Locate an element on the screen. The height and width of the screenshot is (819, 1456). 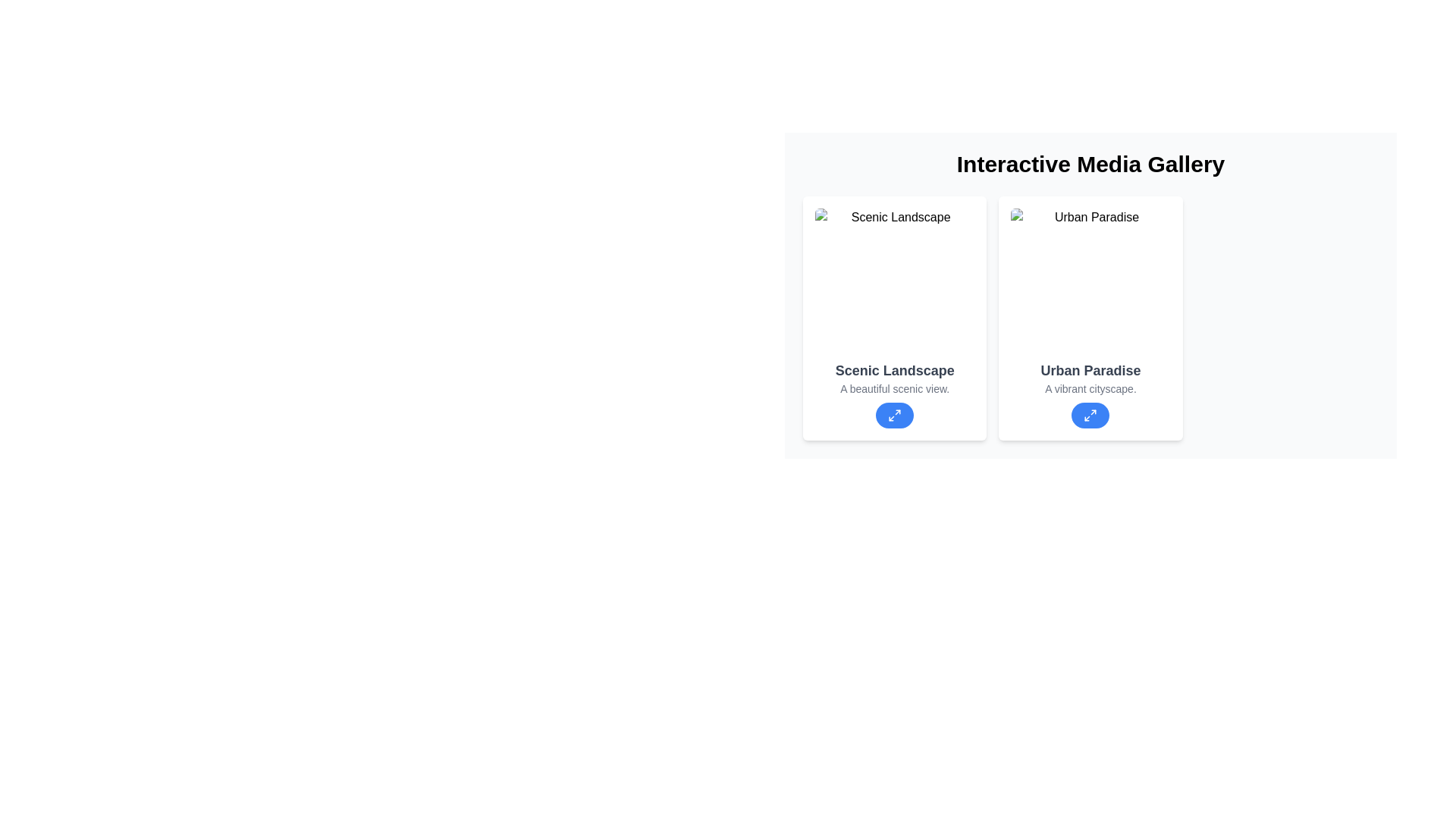
the Text Label that describes the content of the card, positioned below an image and above descriptive text in the first column of the card layout is located at coordinates (895, 371).